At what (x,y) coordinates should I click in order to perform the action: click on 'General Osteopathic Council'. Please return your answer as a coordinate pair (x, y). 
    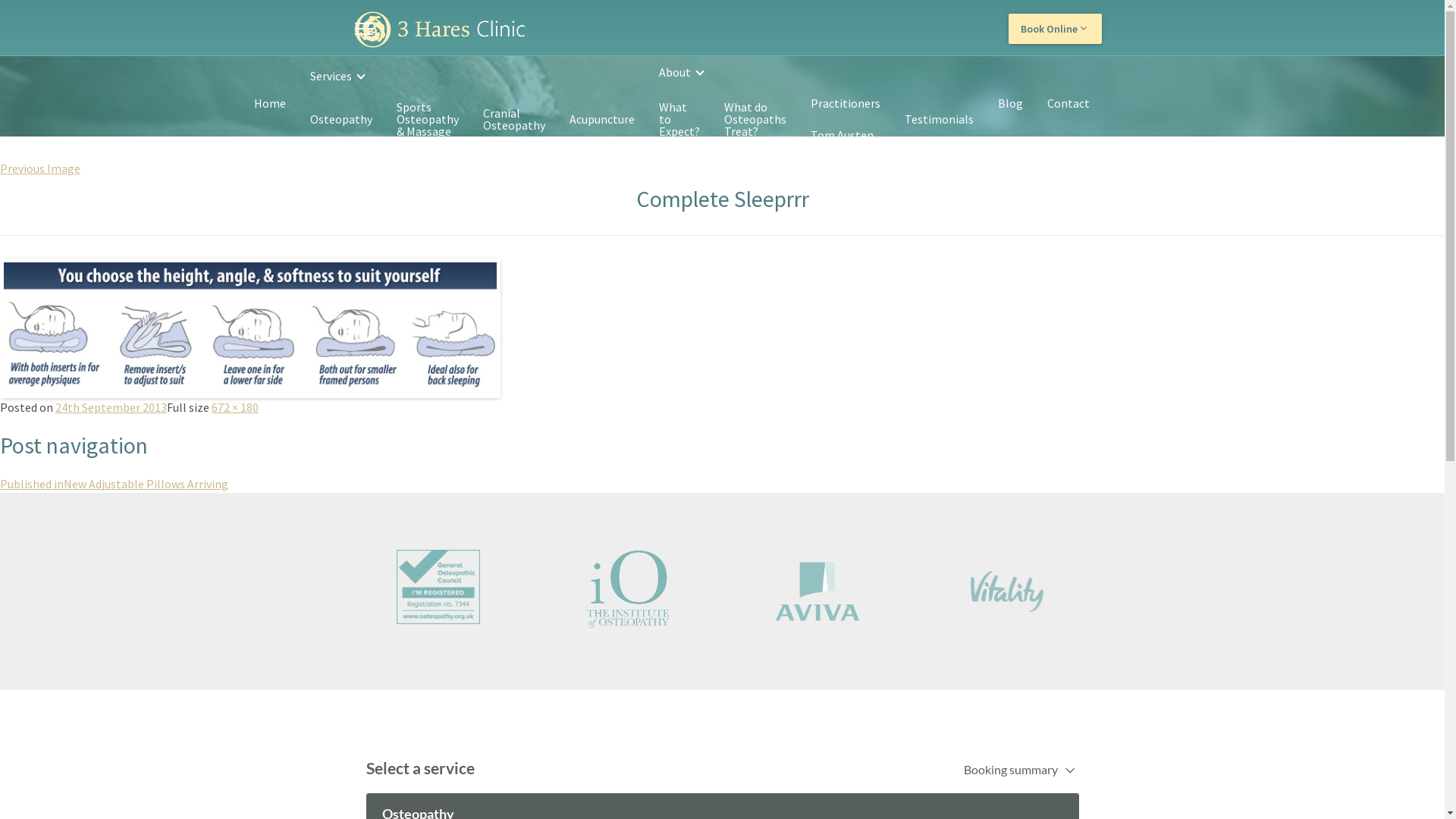
    Looking at the image, I should click on (437, 586).